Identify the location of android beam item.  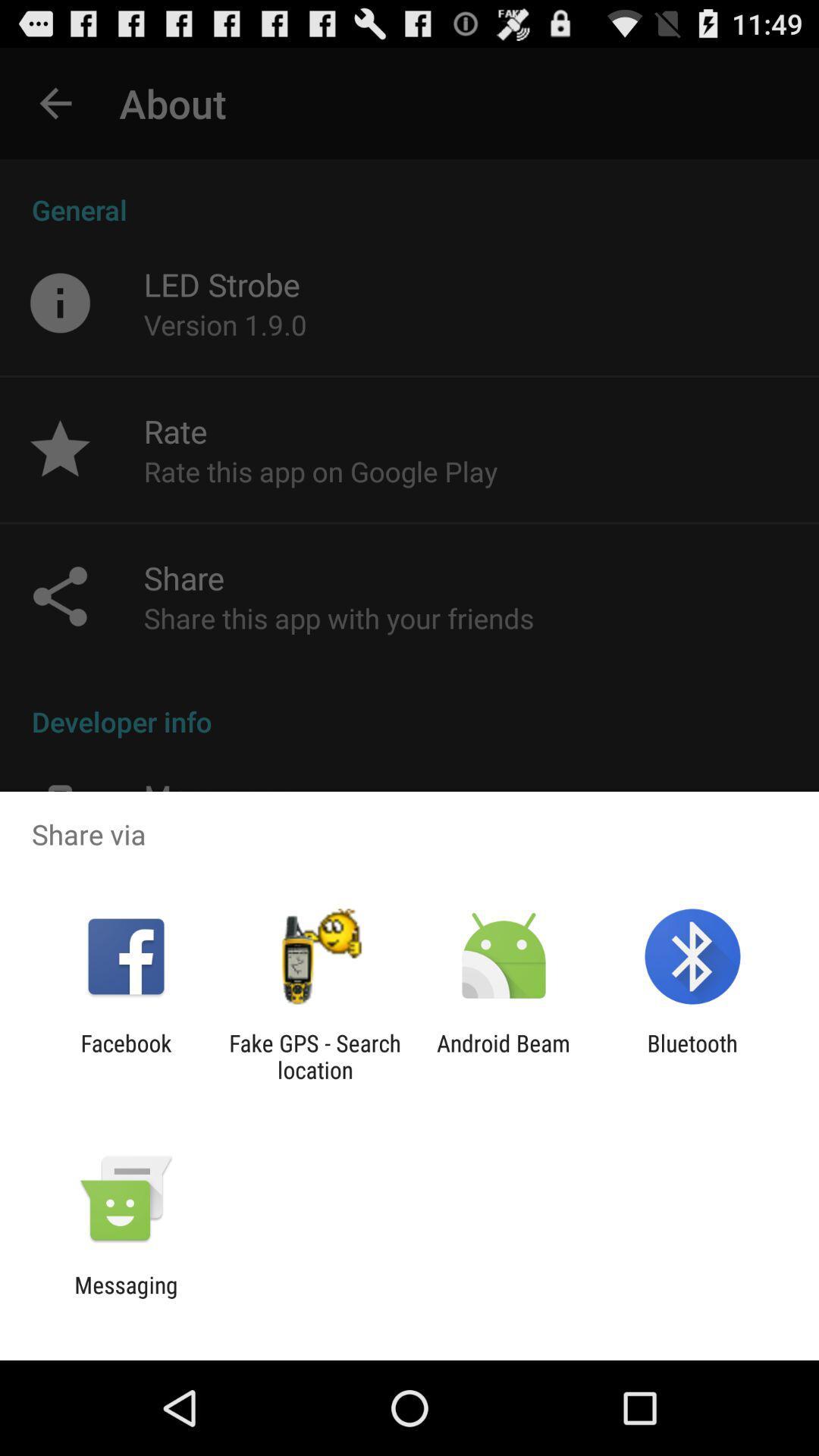
(504, 1056).